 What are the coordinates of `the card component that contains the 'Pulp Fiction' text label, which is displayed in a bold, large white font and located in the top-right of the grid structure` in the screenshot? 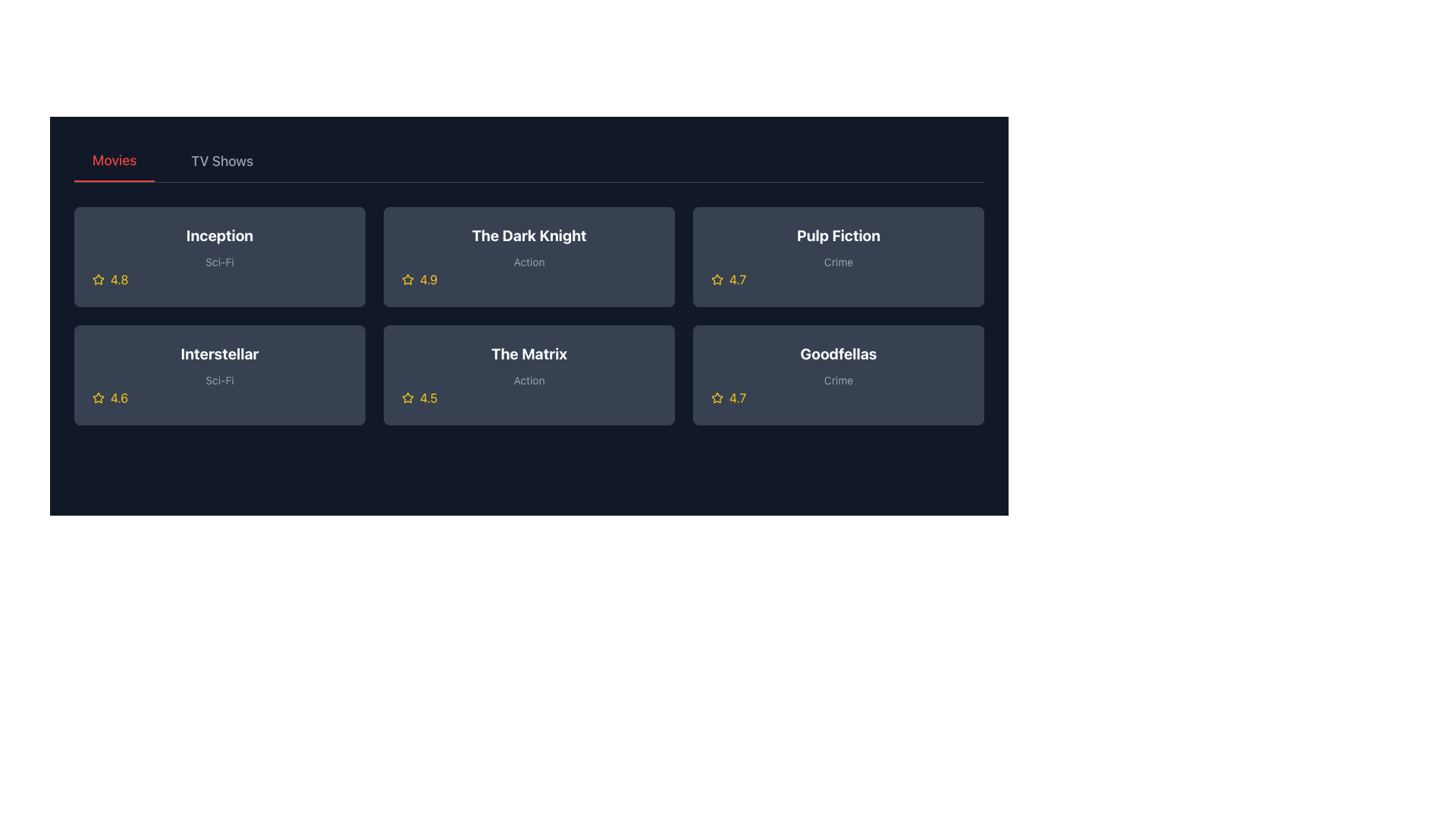 It's located at (837, 236).